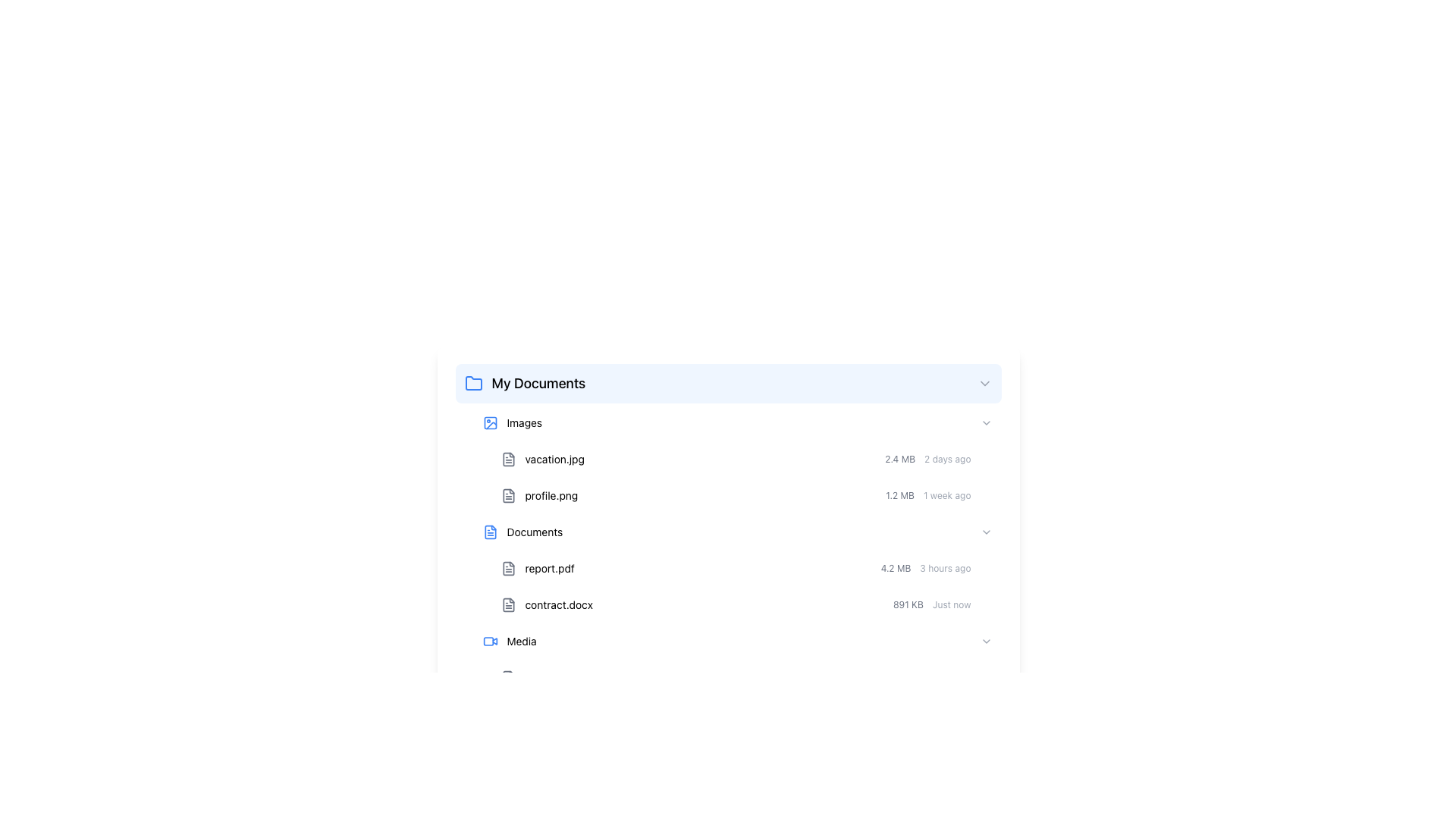 The image size is (1456, 819). Describe the element at coordinates (986, 423) in the screenshot. I see `the Chevron icon located at the far right of the 'Images' entry row` at that location.